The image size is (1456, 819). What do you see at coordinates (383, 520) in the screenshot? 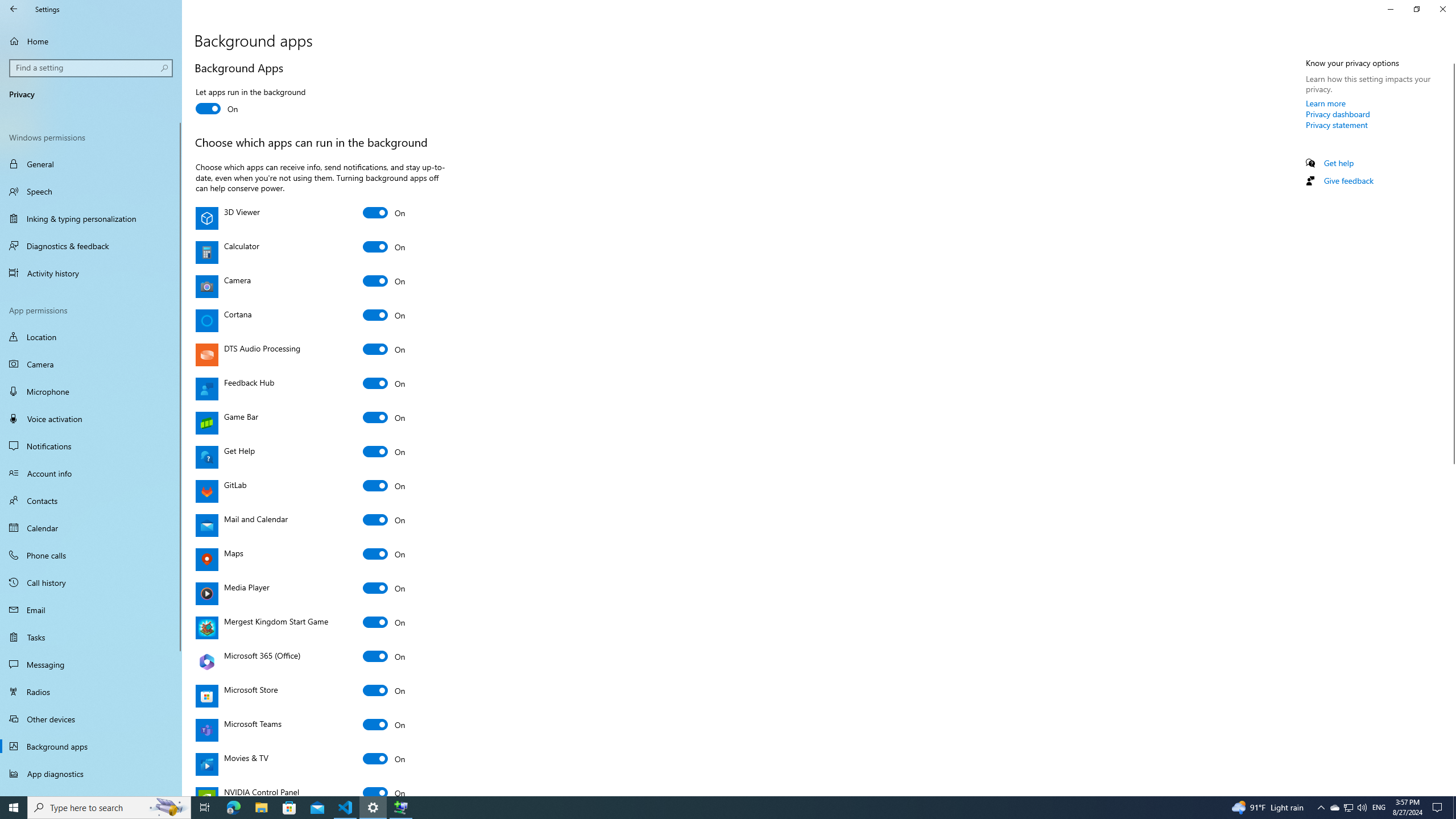
I see `'Mail and Calendar'` at bounding box center [383, 520].